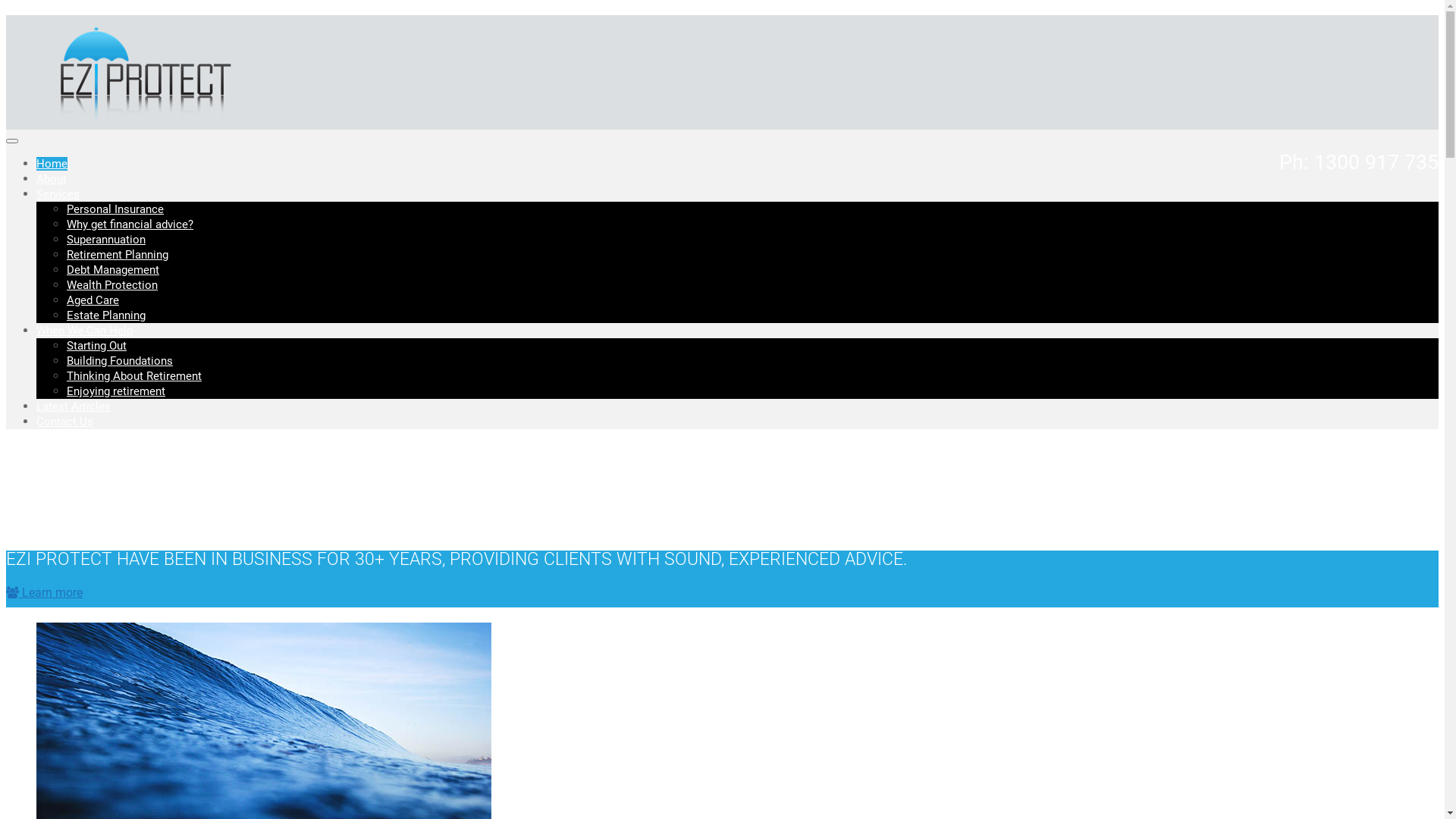 The height and width of the screenshot is (819, 1456). Describe the element at coordinates (96, 345) in the screenshot. I see `'Starting Out'` at that location.